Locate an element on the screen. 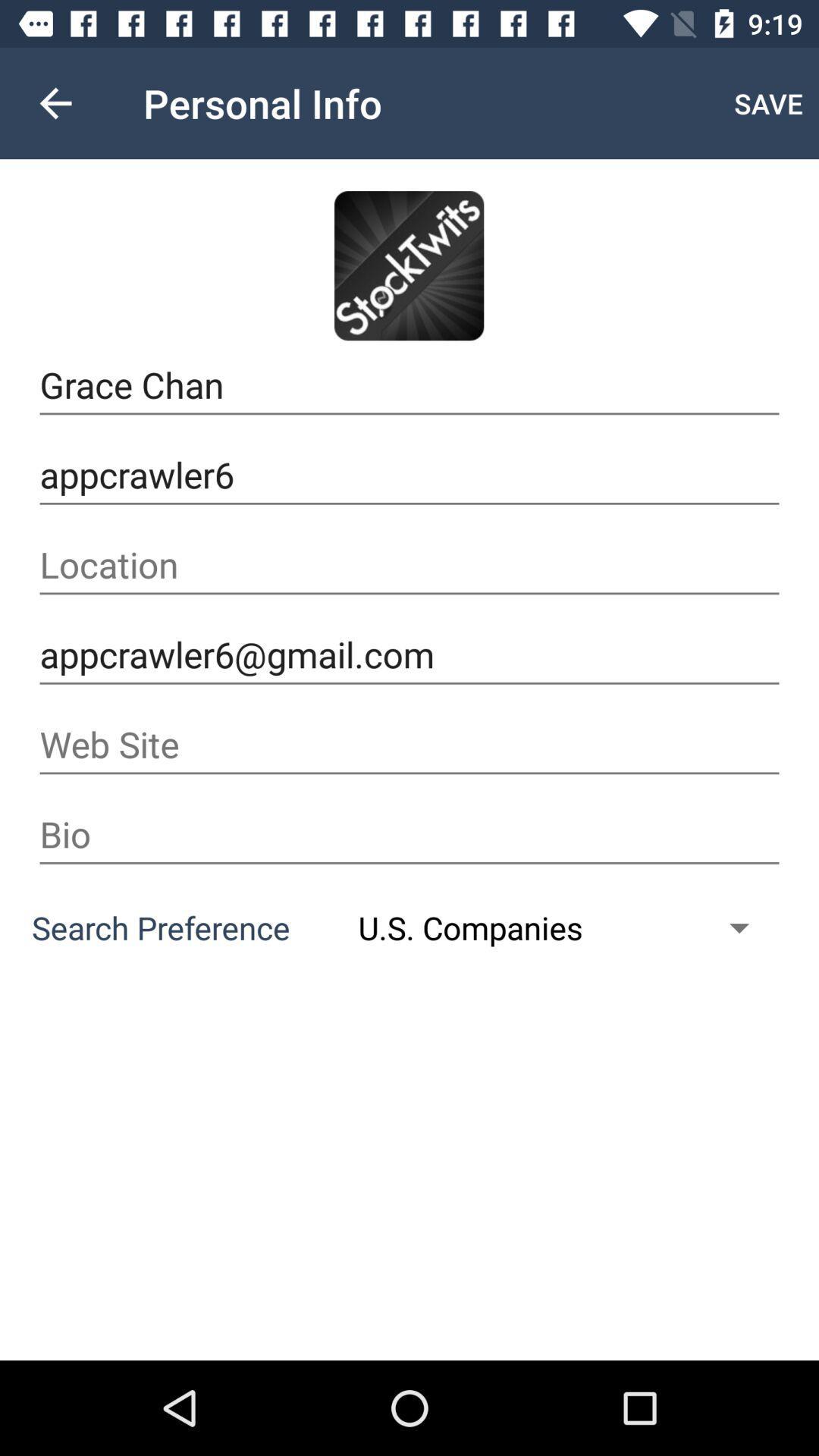 Image resolution: width=819 pixels, height=1456 pixels. item above the u.s. companies is located at coordinates (409, 833).